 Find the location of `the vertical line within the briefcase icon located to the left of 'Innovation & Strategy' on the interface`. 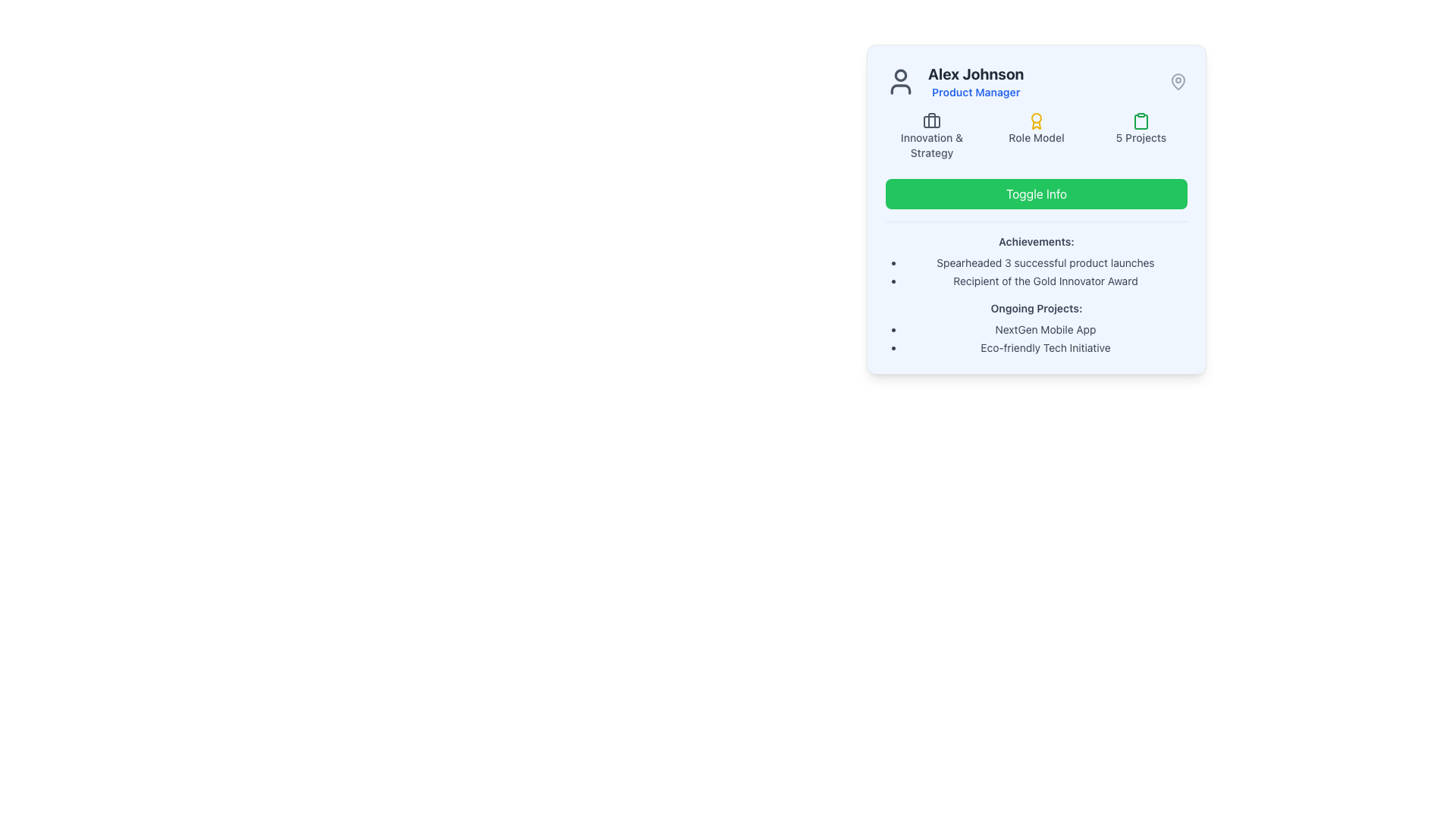

the vertical line within the briefcase icon located to the left of 'Innovation & Strategy' on the interface is located at coordinates (930, 119).